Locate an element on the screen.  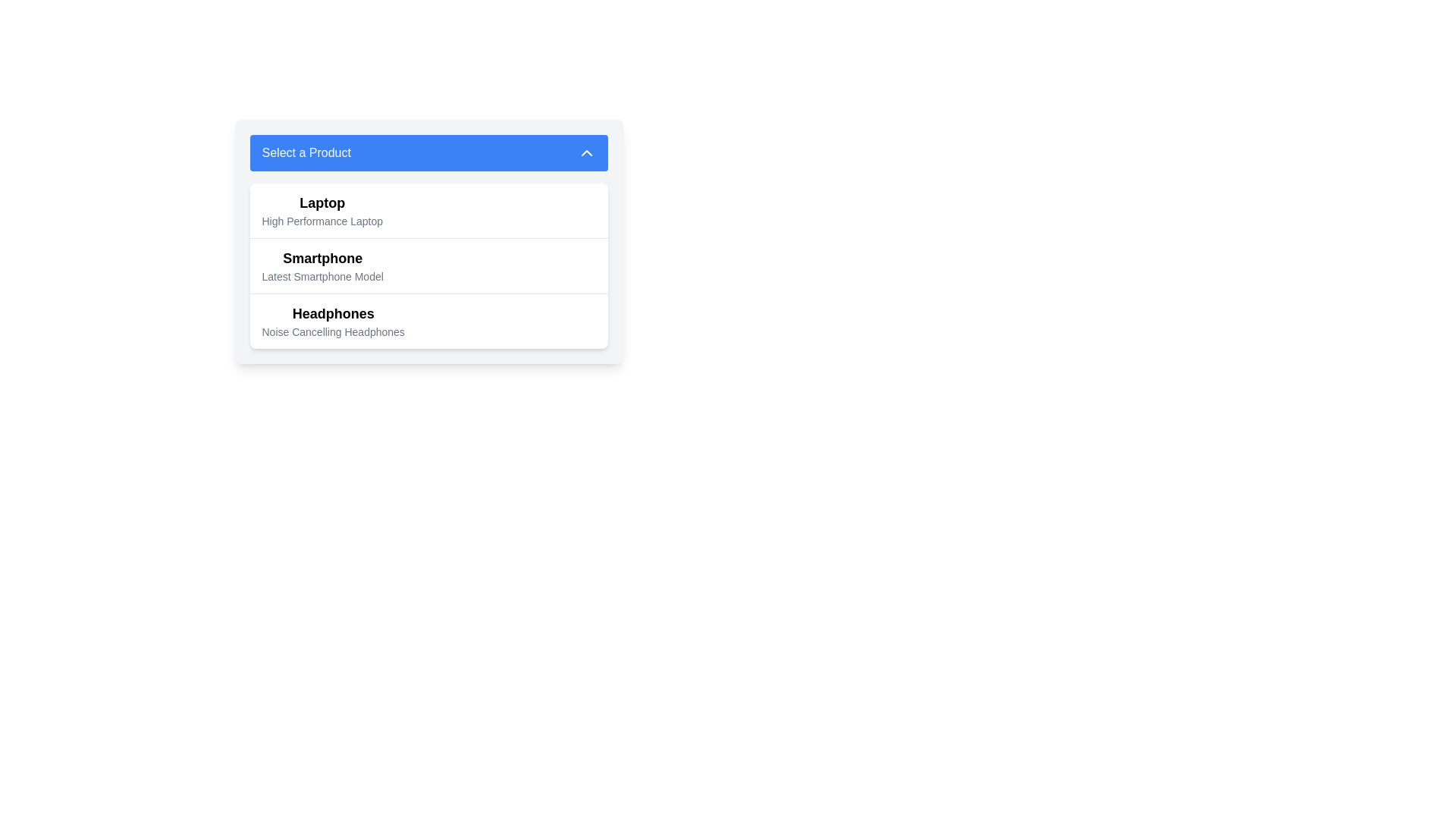
text from the first item in the product category list under the heading 'Select a Product', which provides information about Laptops is located at coordinates (322, 210).